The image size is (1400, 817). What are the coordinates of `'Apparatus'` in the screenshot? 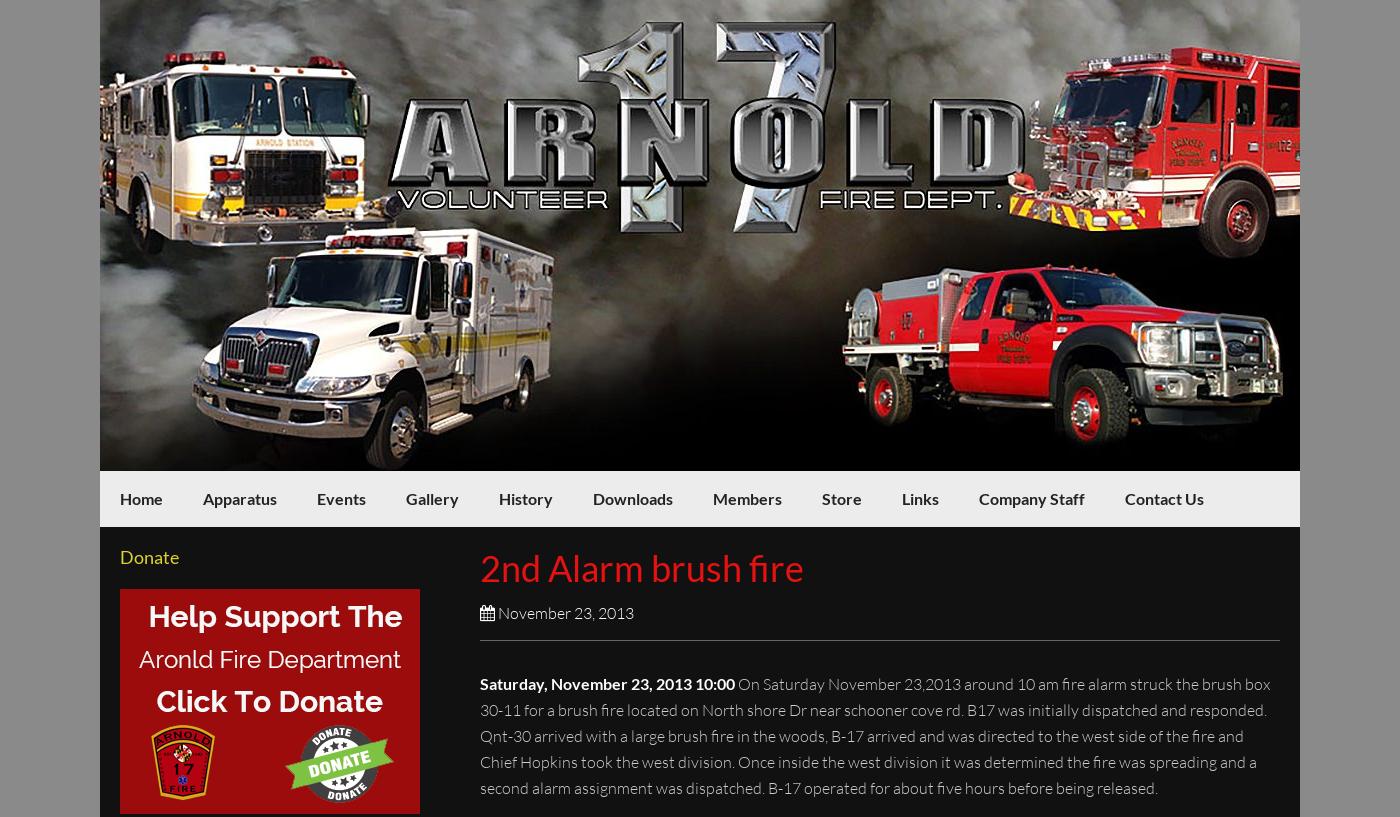 It's located at (239, 497).